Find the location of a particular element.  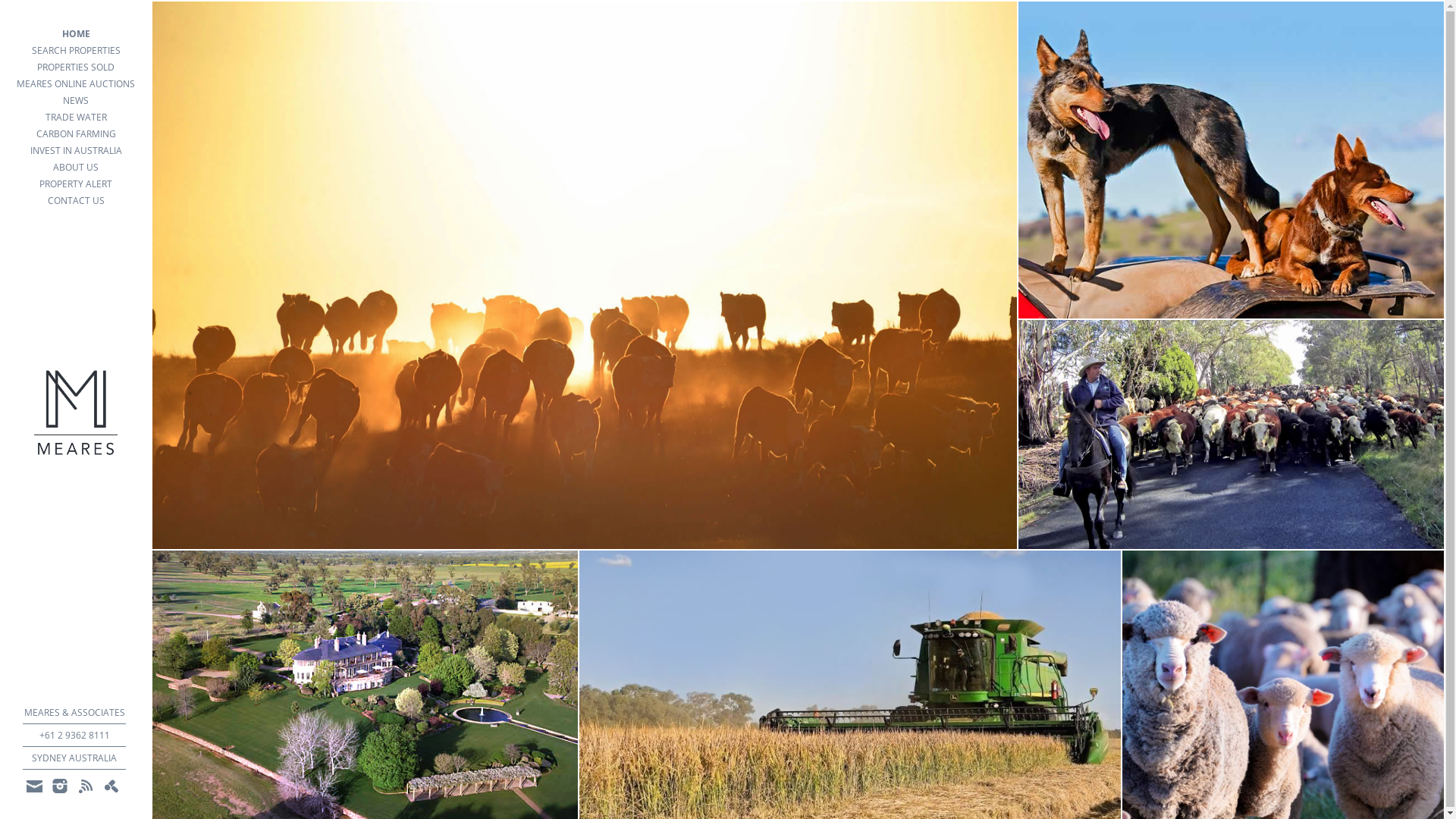

'NEWS' is located at coordinates (75, 100).